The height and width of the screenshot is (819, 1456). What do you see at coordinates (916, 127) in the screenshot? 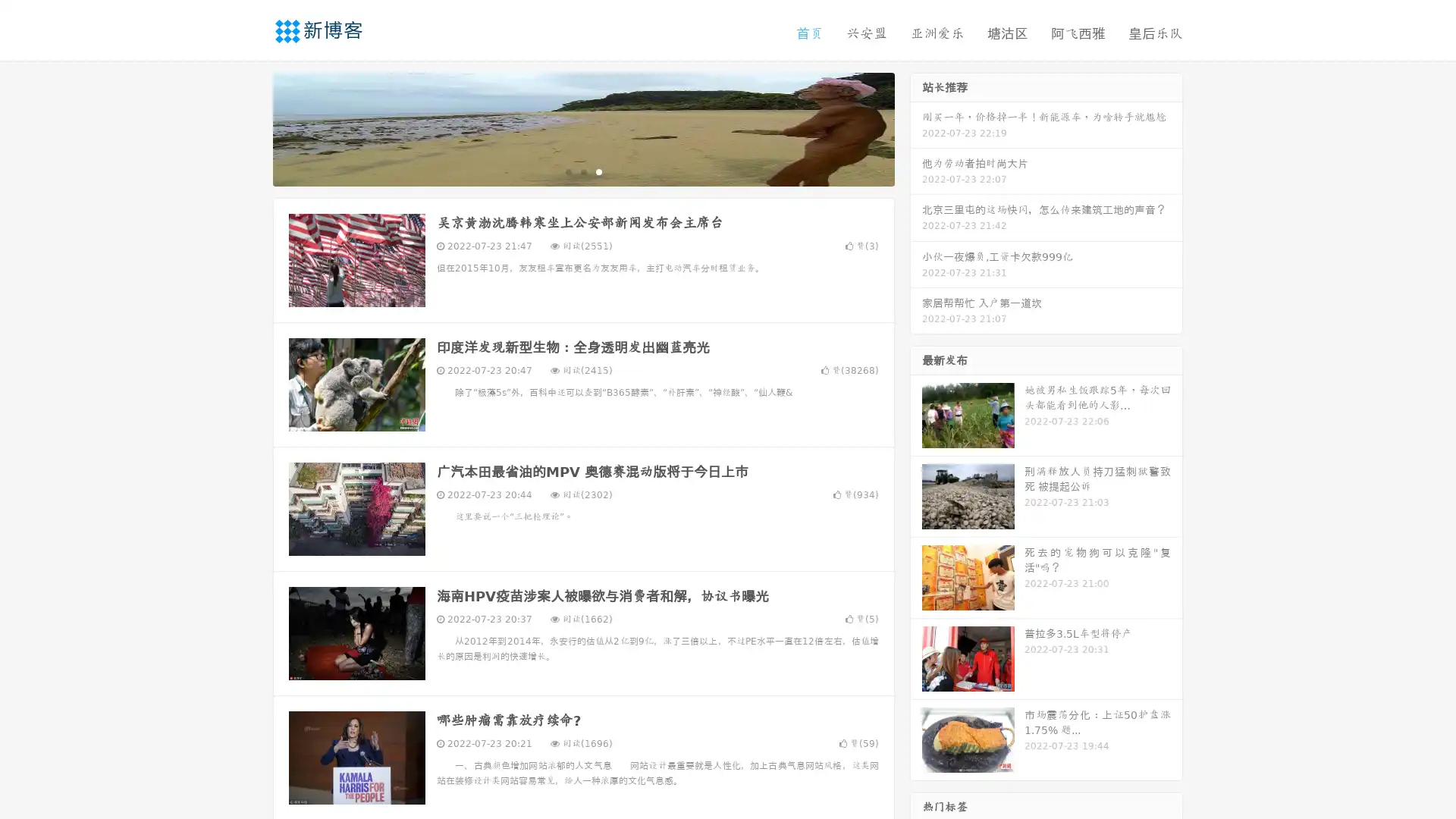
I see `Next slide` at bounding box center [916, 127].